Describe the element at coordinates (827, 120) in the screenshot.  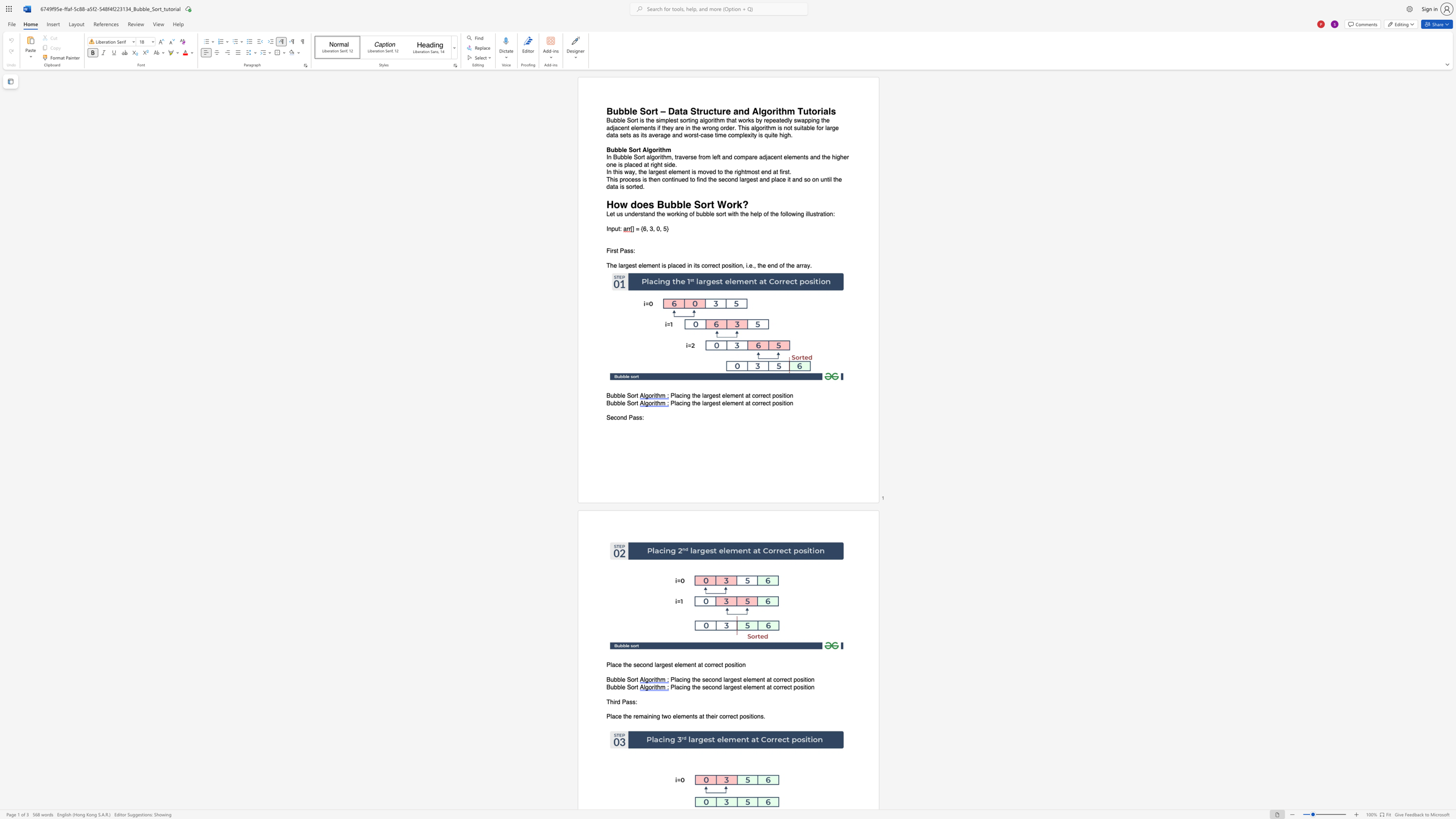
I see `the 7th character "e" in the text` at that location.